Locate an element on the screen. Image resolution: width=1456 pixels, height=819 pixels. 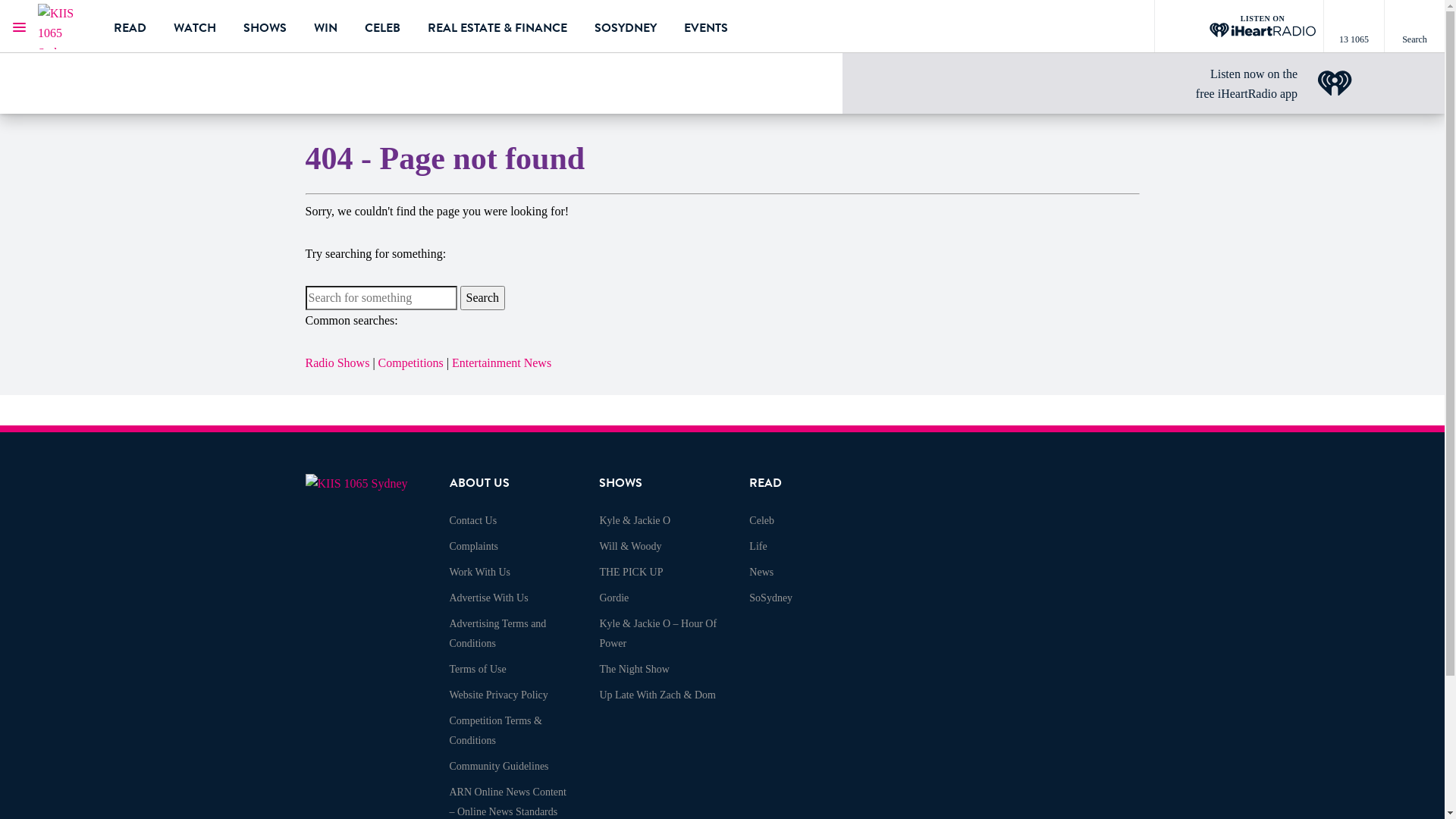
'WATCH' is located at coordinates (174, 26).